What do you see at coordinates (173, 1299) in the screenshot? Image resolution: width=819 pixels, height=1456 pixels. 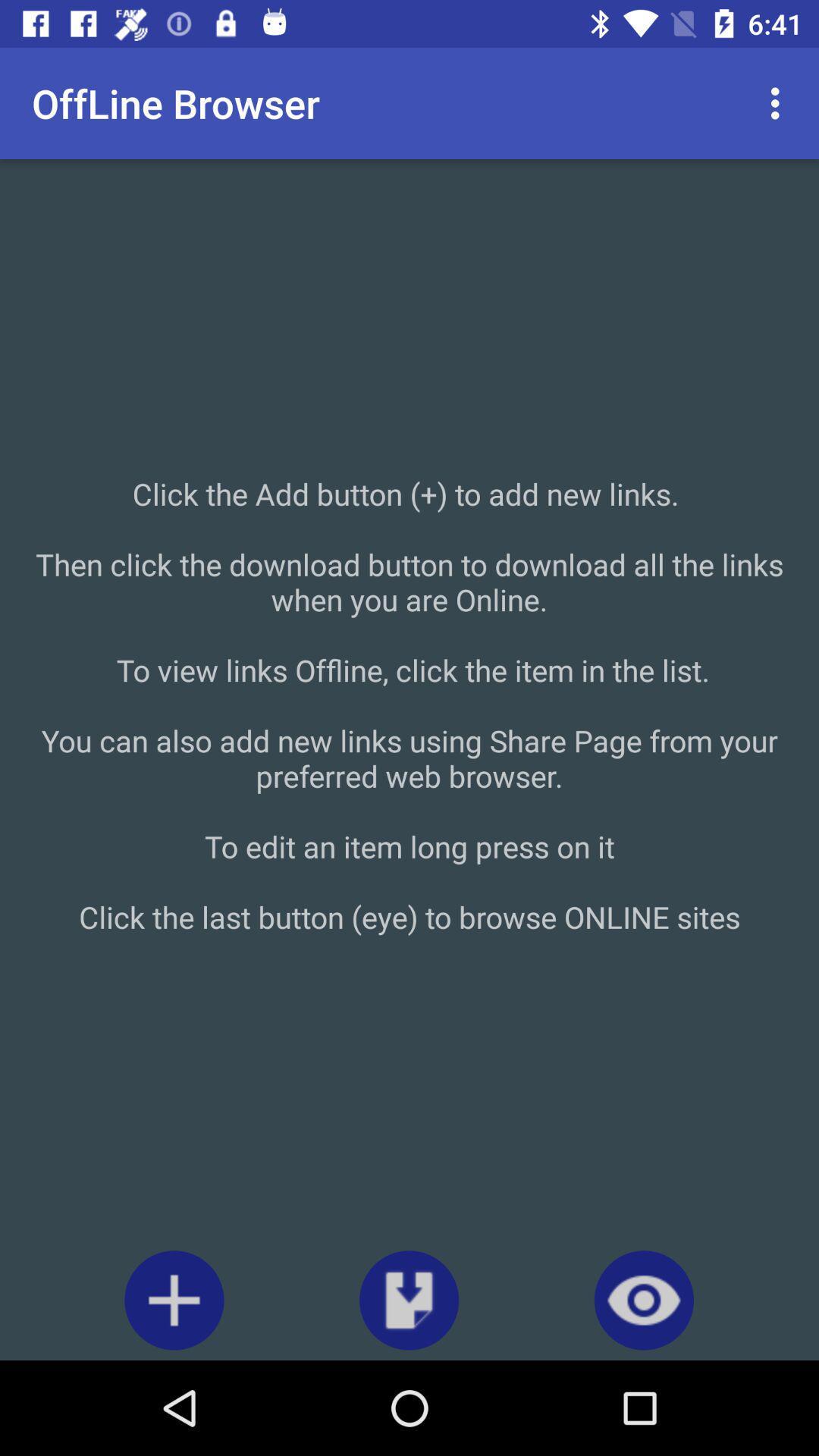 I see `app below click the add` at bounding box center [173, 1299].